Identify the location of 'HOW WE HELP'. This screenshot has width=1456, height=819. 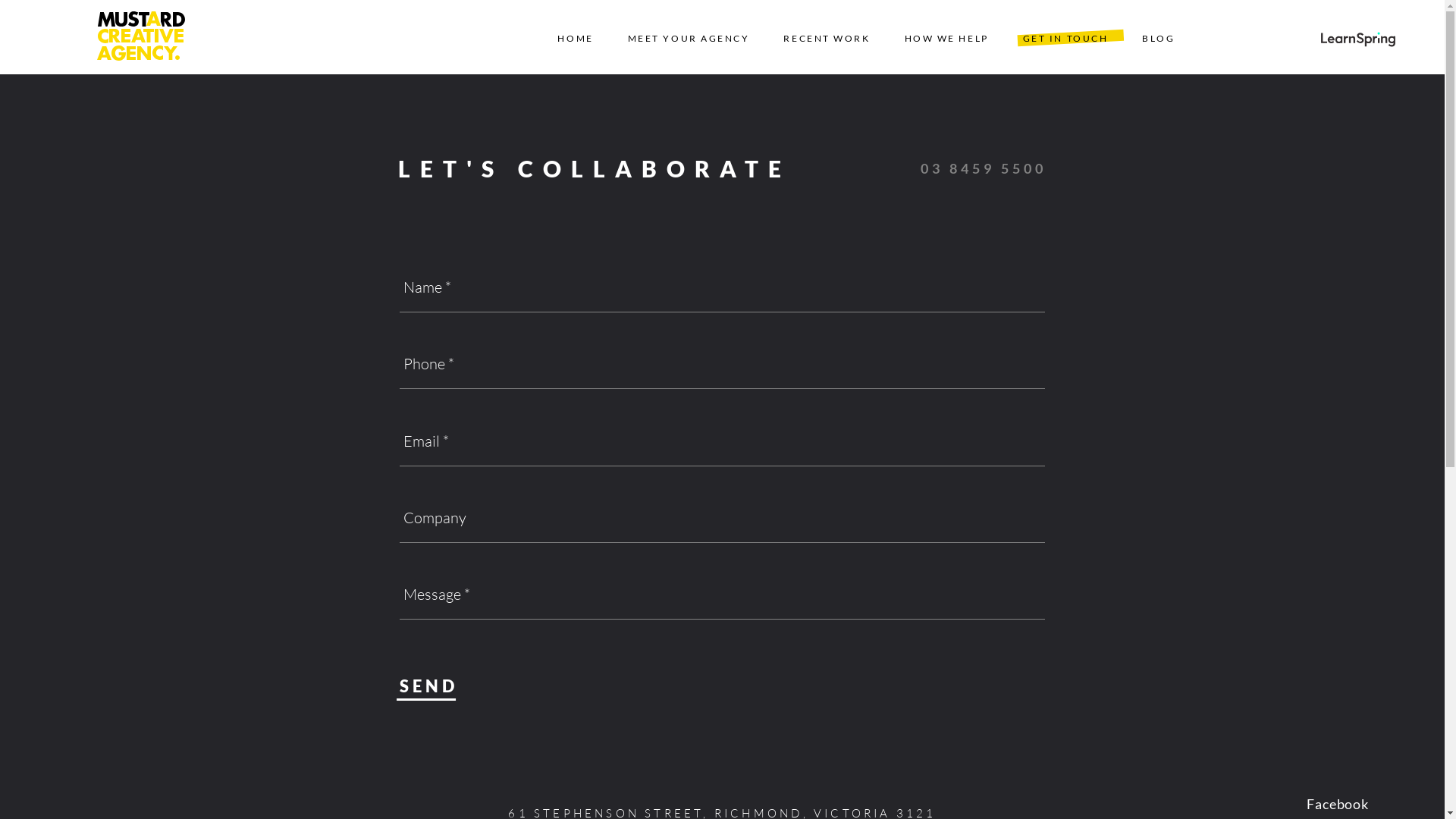
(899, 37).